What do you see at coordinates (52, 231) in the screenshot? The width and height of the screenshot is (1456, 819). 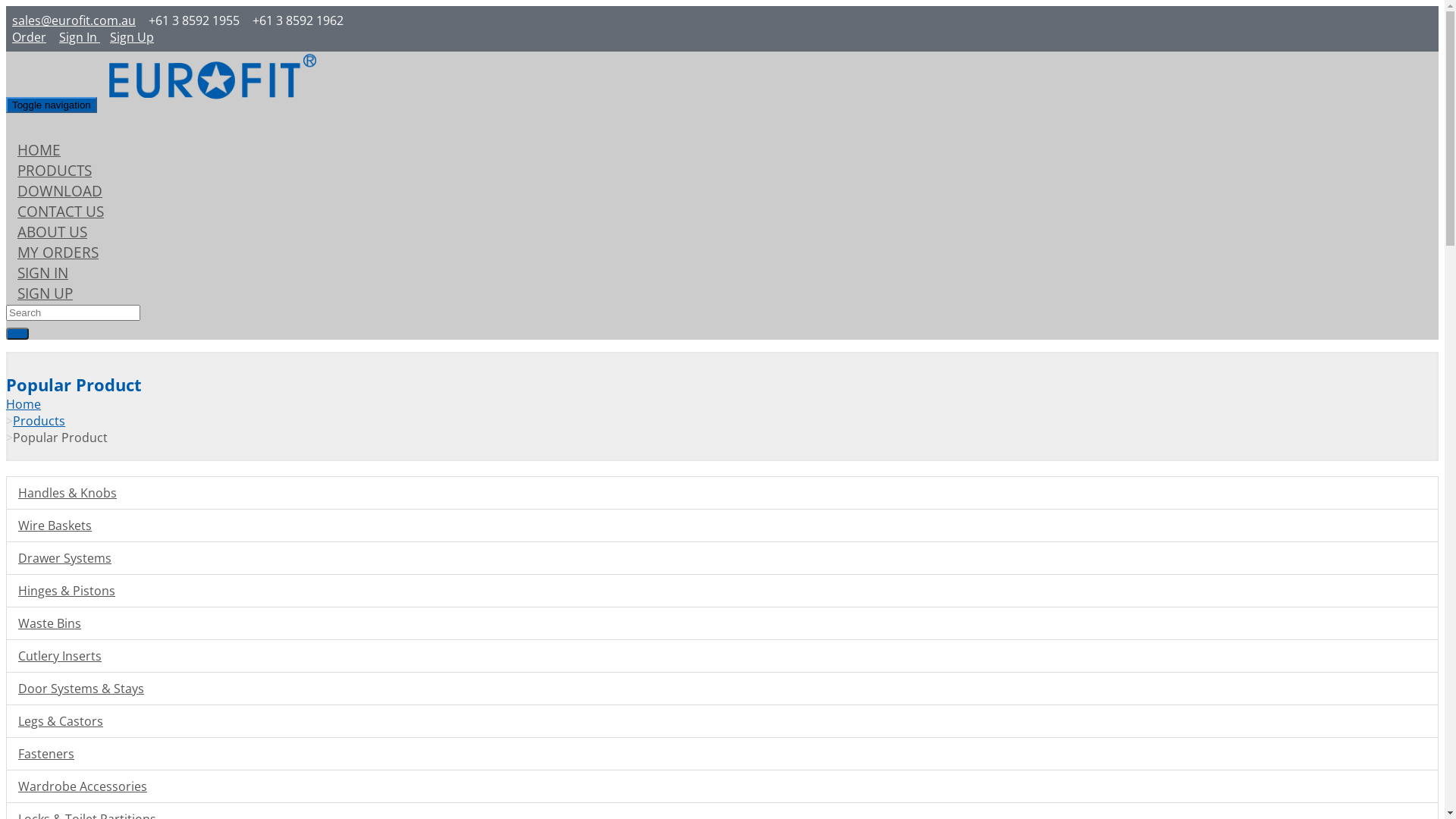 I see `'ABOUT US'` at bounding box center [52, 231].